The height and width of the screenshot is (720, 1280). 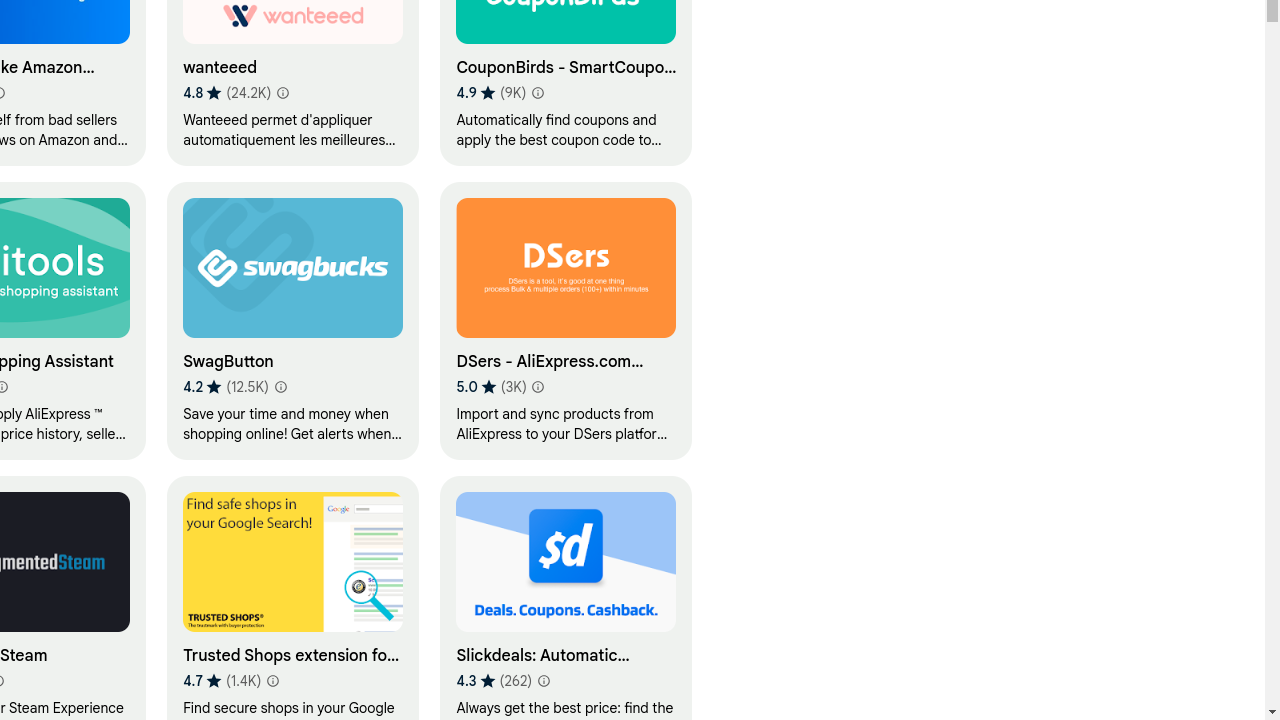 What do you see at coordinates (279, 387) in the screenshot?
I see `'Learn more about results and reviews "SwagButton"'` at bounding box center [279, 387].